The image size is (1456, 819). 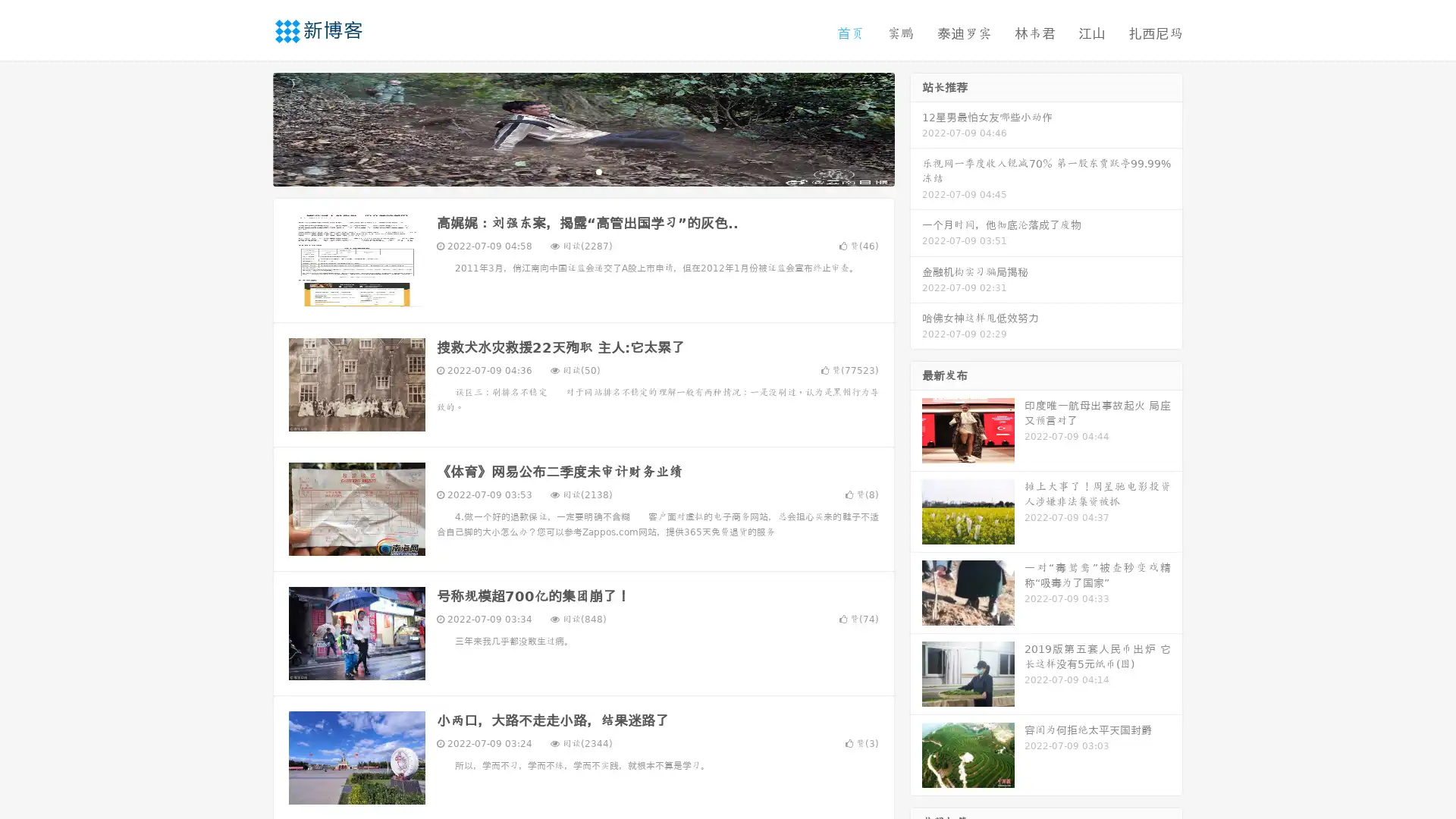 What do you see at coordinates (598, 171) in the screenshot?
I see `Go to slide 3` at bounding box center [598, 171].